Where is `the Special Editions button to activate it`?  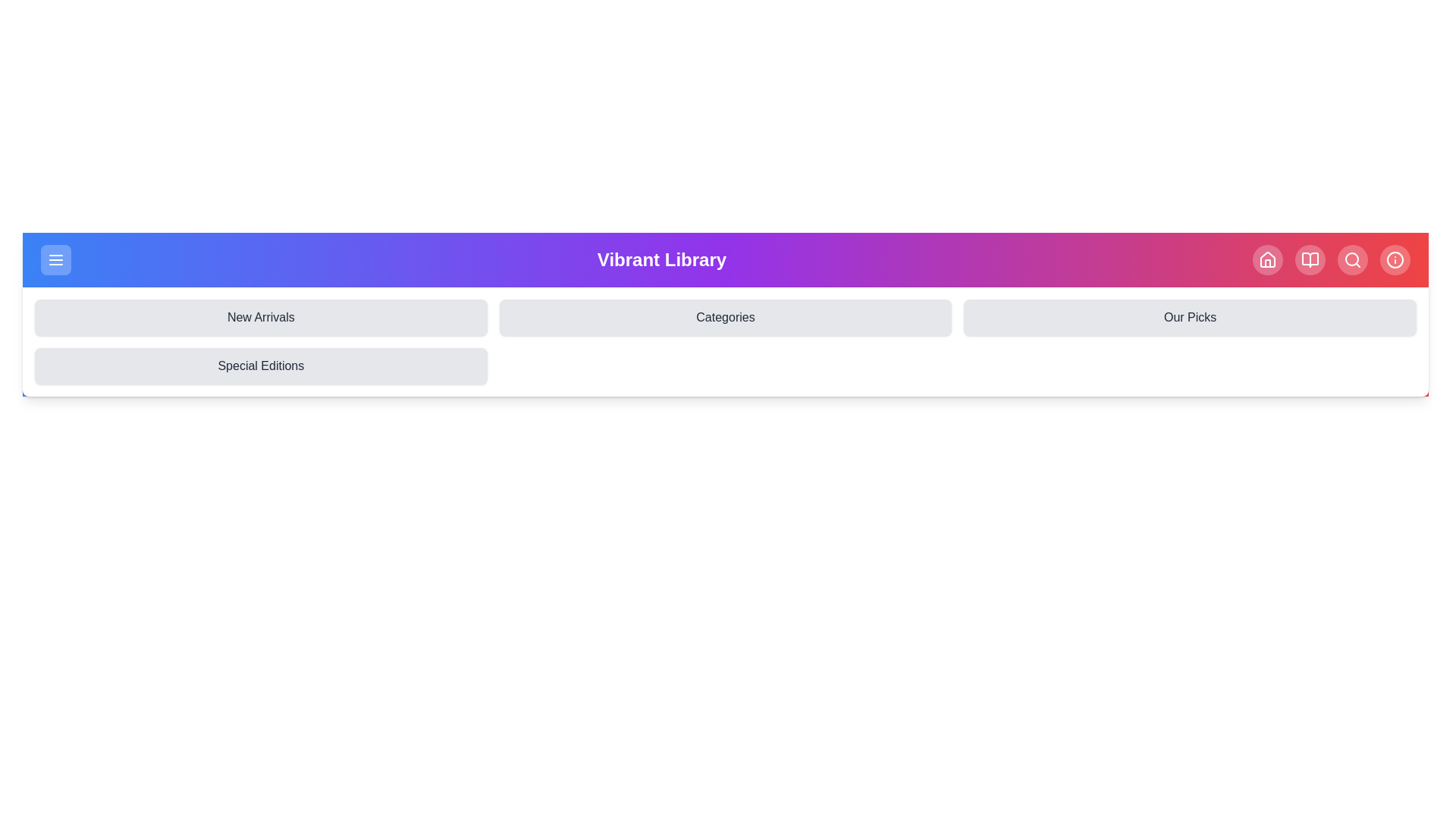
the Special Editions button to activate it is located at coordinates (261, 366).